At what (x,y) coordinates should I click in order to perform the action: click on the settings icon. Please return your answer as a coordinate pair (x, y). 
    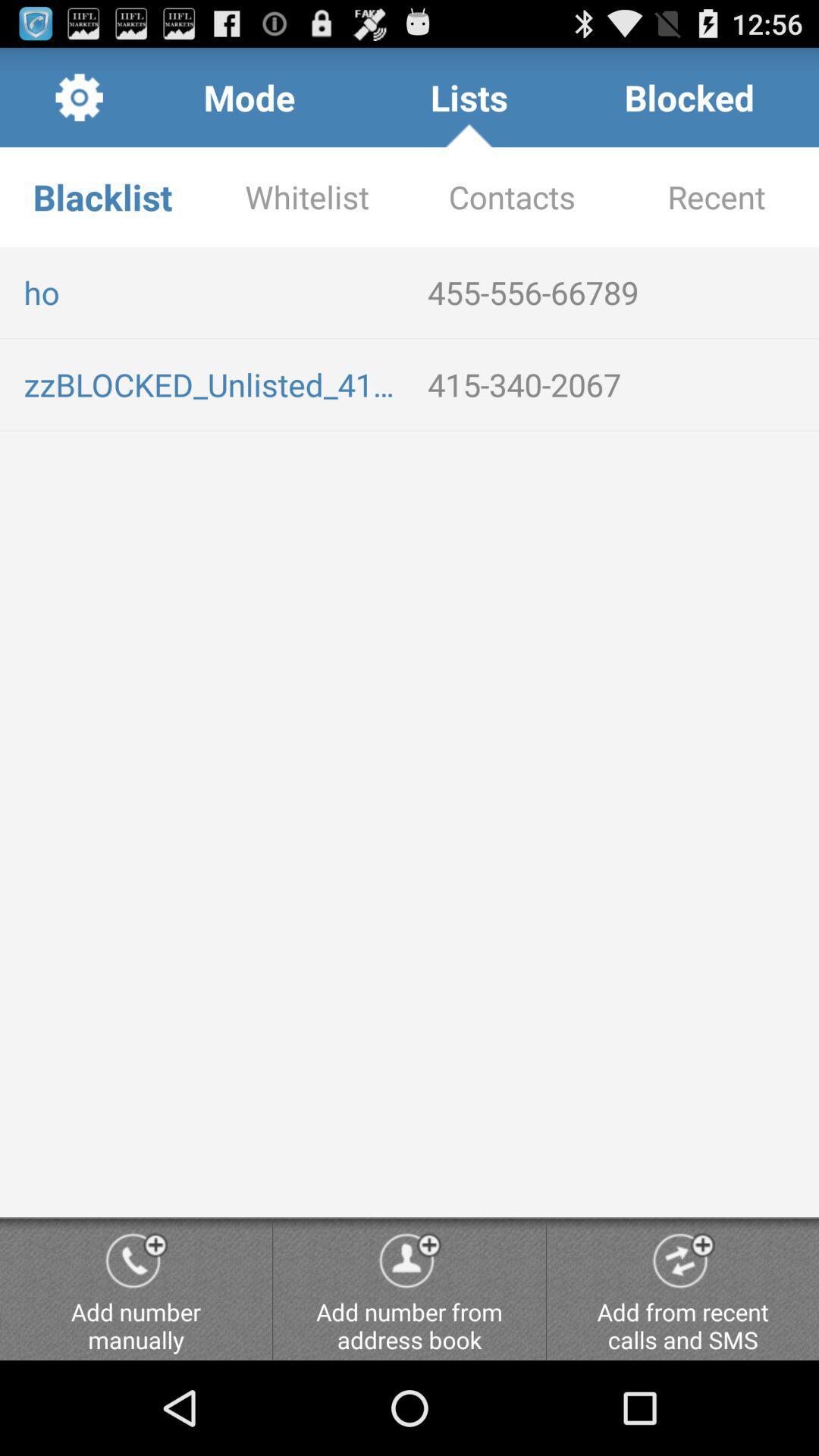
    Looking at the image, I should click on (79, 103).